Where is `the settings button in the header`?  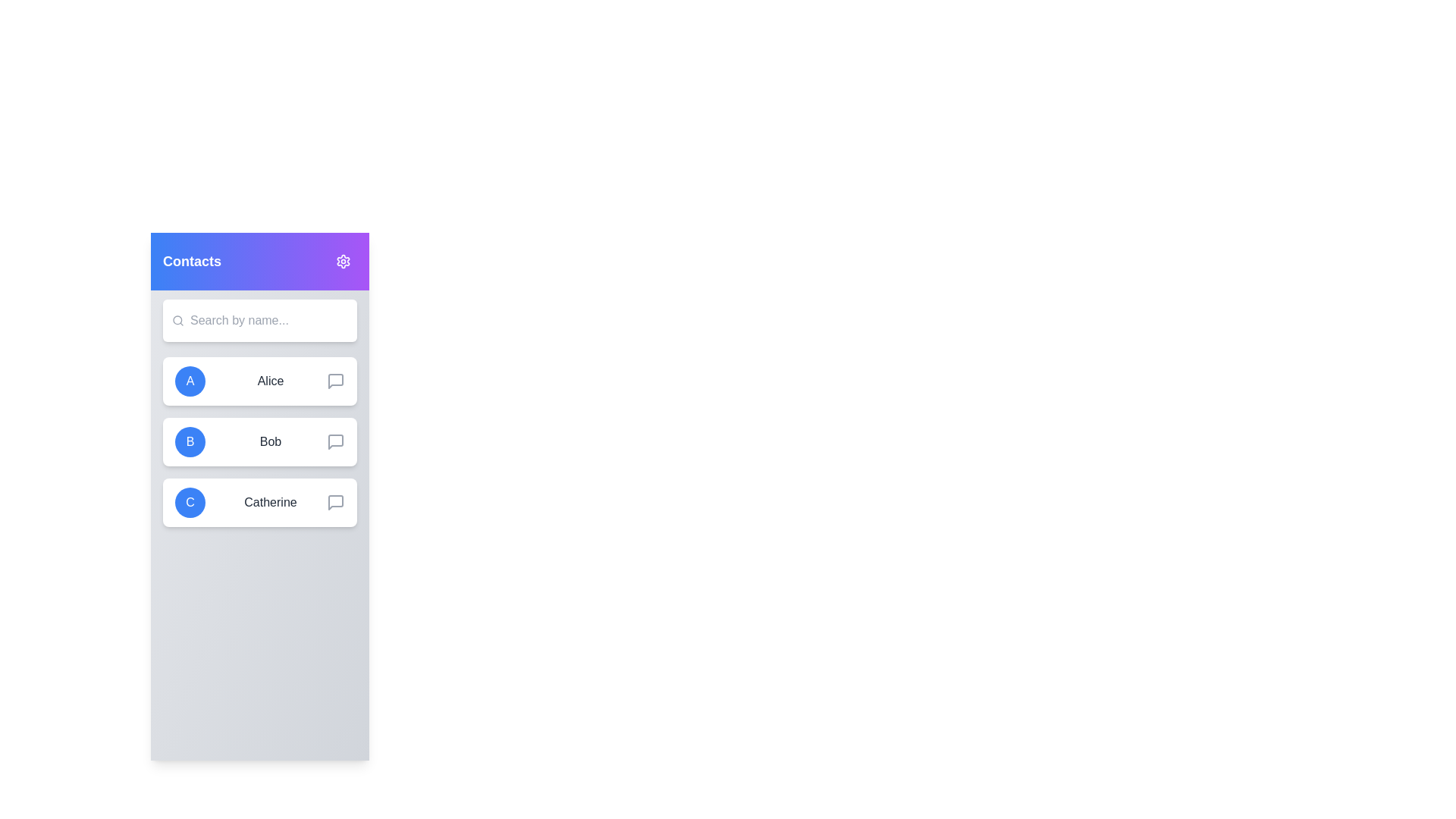 the settings button in the header is located at coordinates (342, 260).